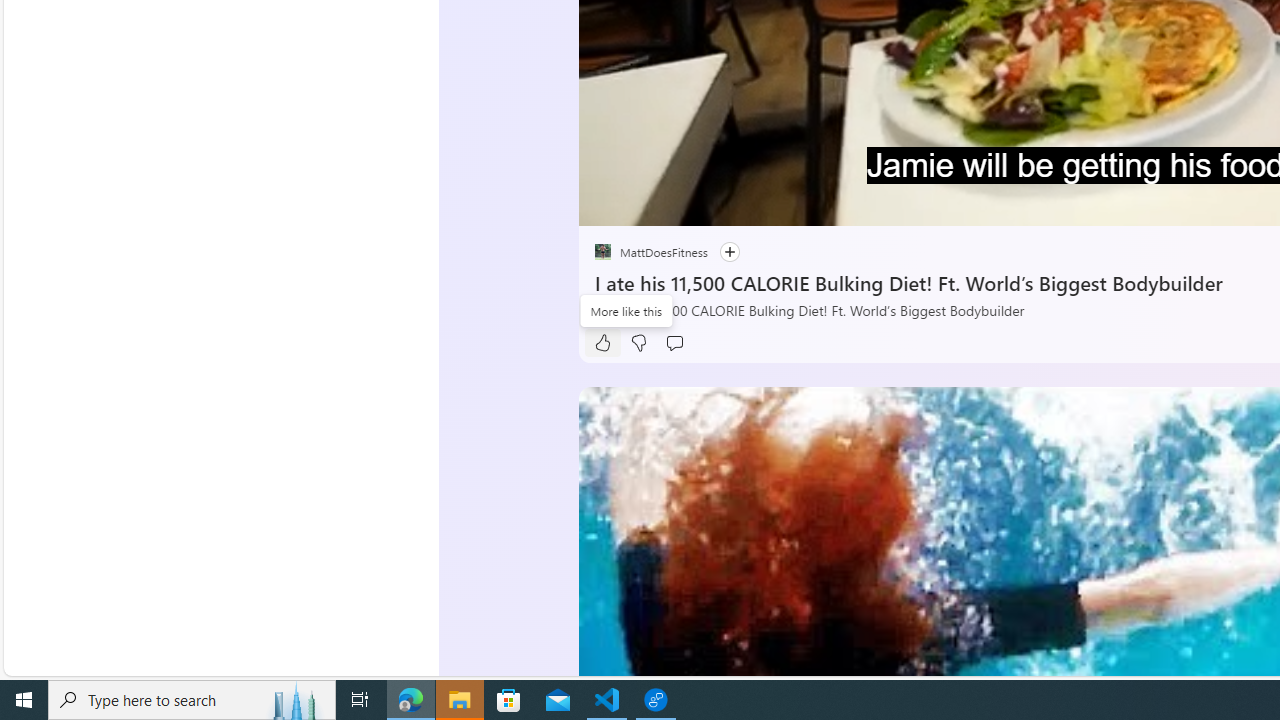  Describe the element at coordinates (673, 342) in the screenshot. I see `'Start the conversation'` at that location.